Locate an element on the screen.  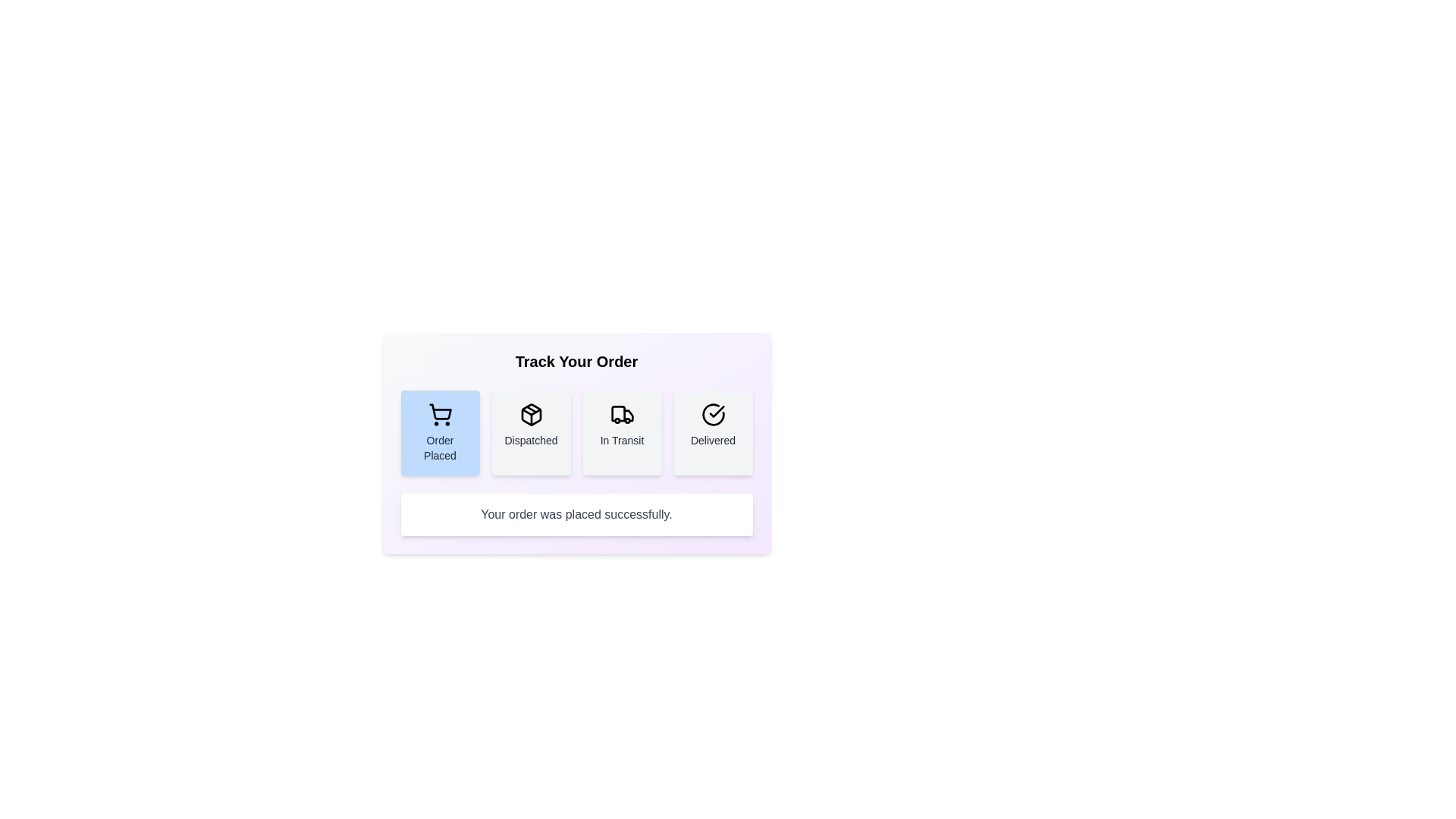
the 'Delivered' button to view its details is located at coordinates (712, 432).